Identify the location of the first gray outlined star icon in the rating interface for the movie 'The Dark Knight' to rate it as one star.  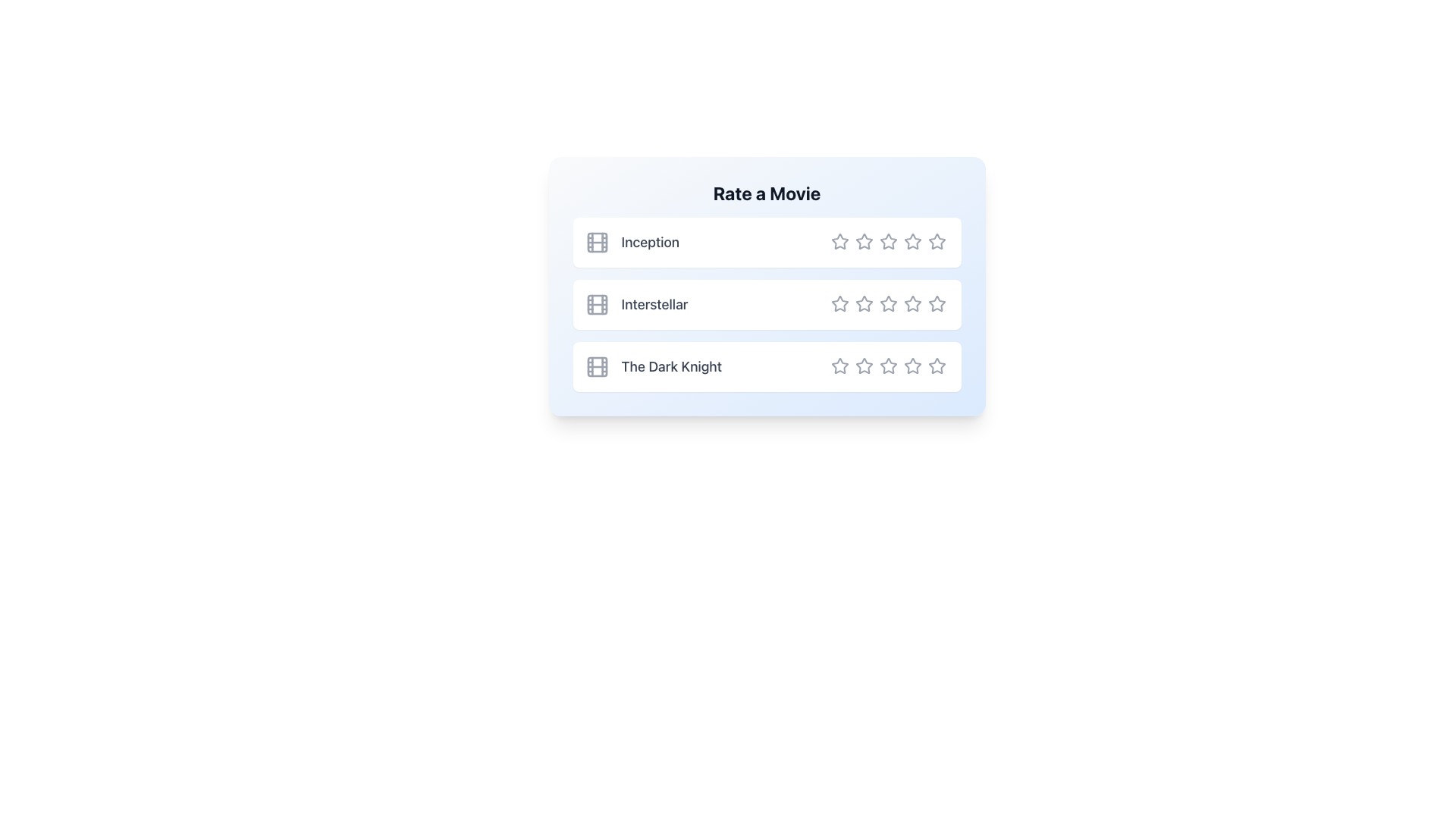
(863, 366).